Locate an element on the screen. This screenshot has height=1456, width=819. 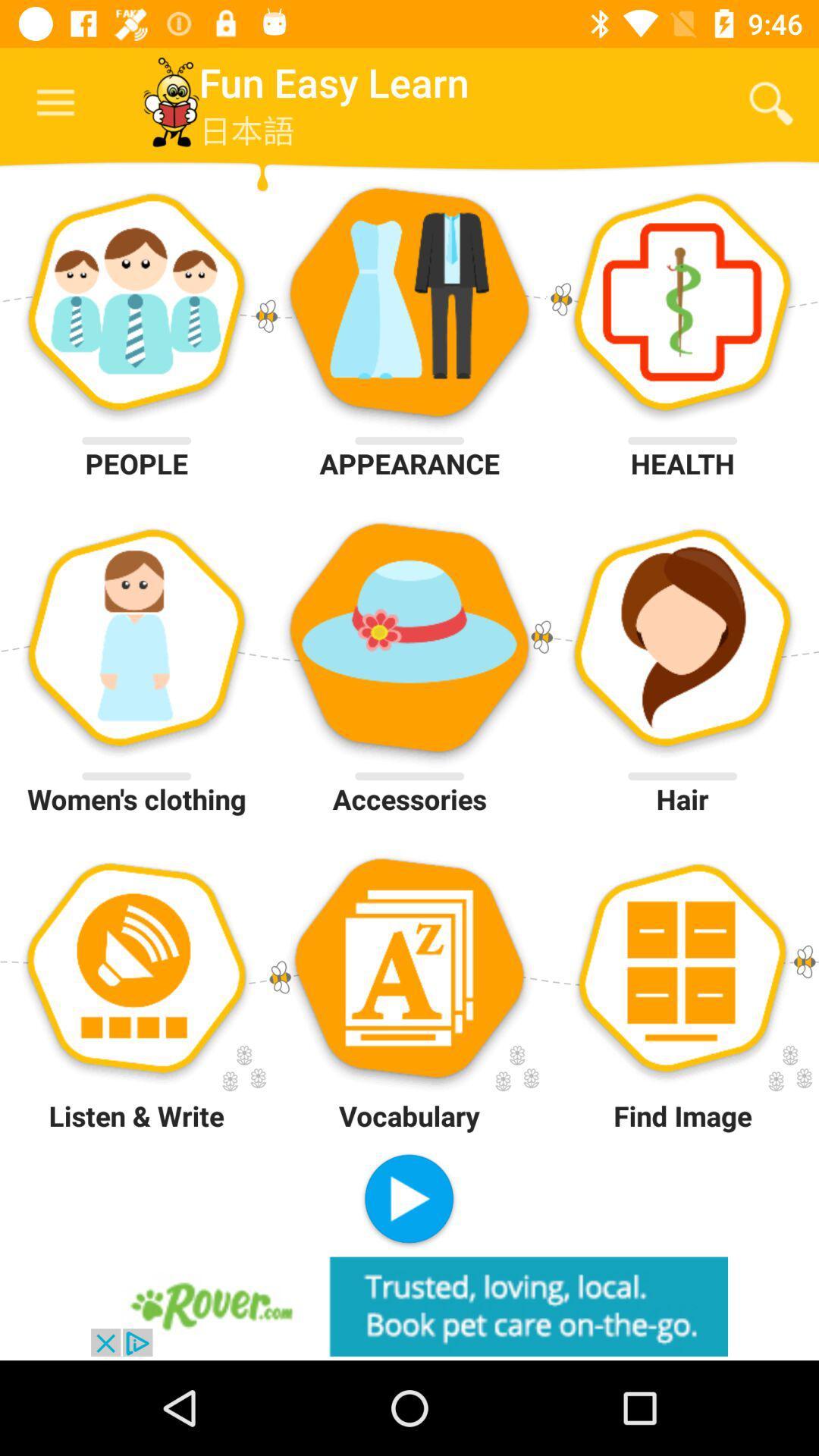
next page is located at coordinates (408, 1200).